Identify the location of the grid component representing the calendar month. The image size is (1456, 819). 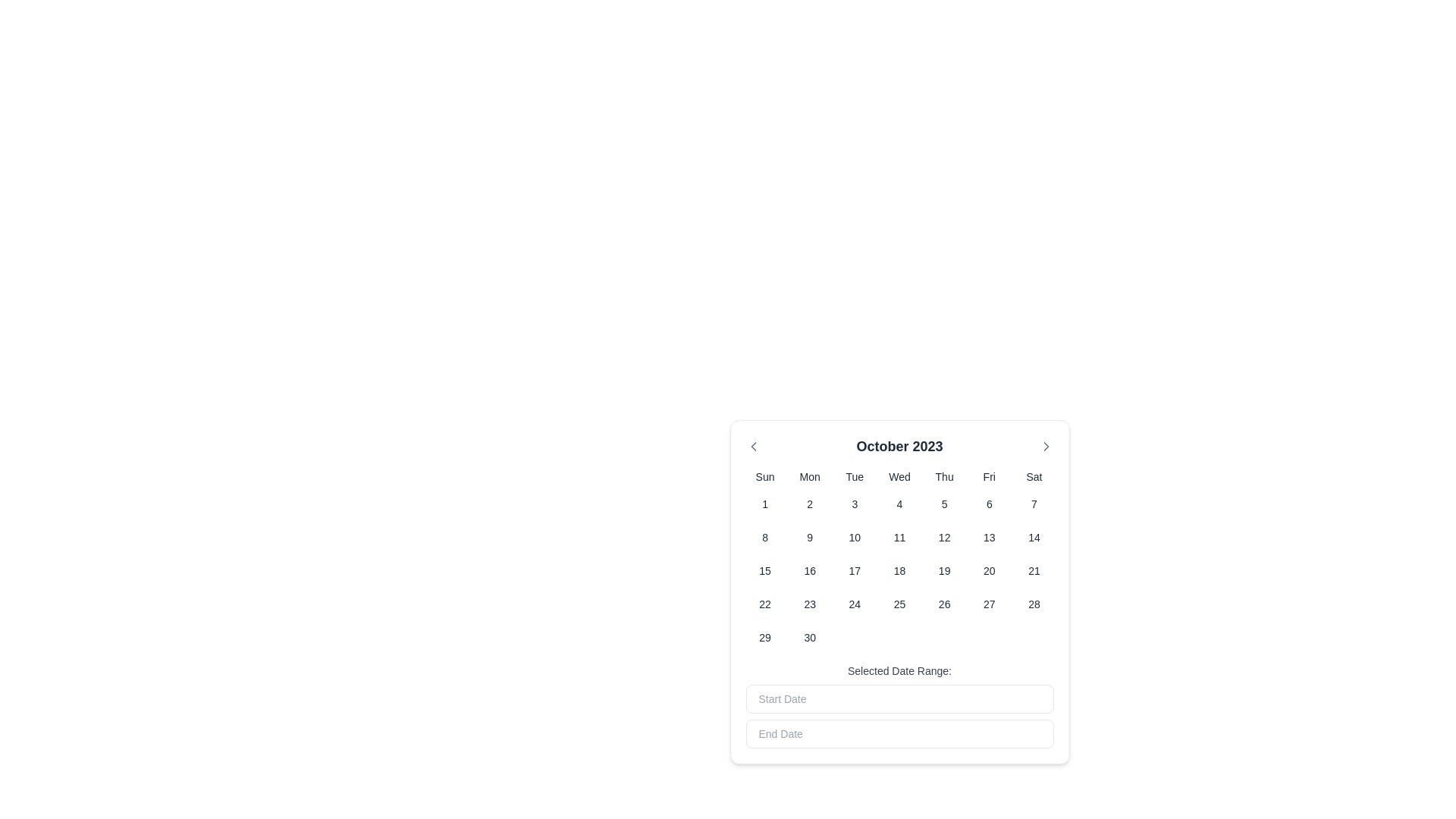
(899, 560).